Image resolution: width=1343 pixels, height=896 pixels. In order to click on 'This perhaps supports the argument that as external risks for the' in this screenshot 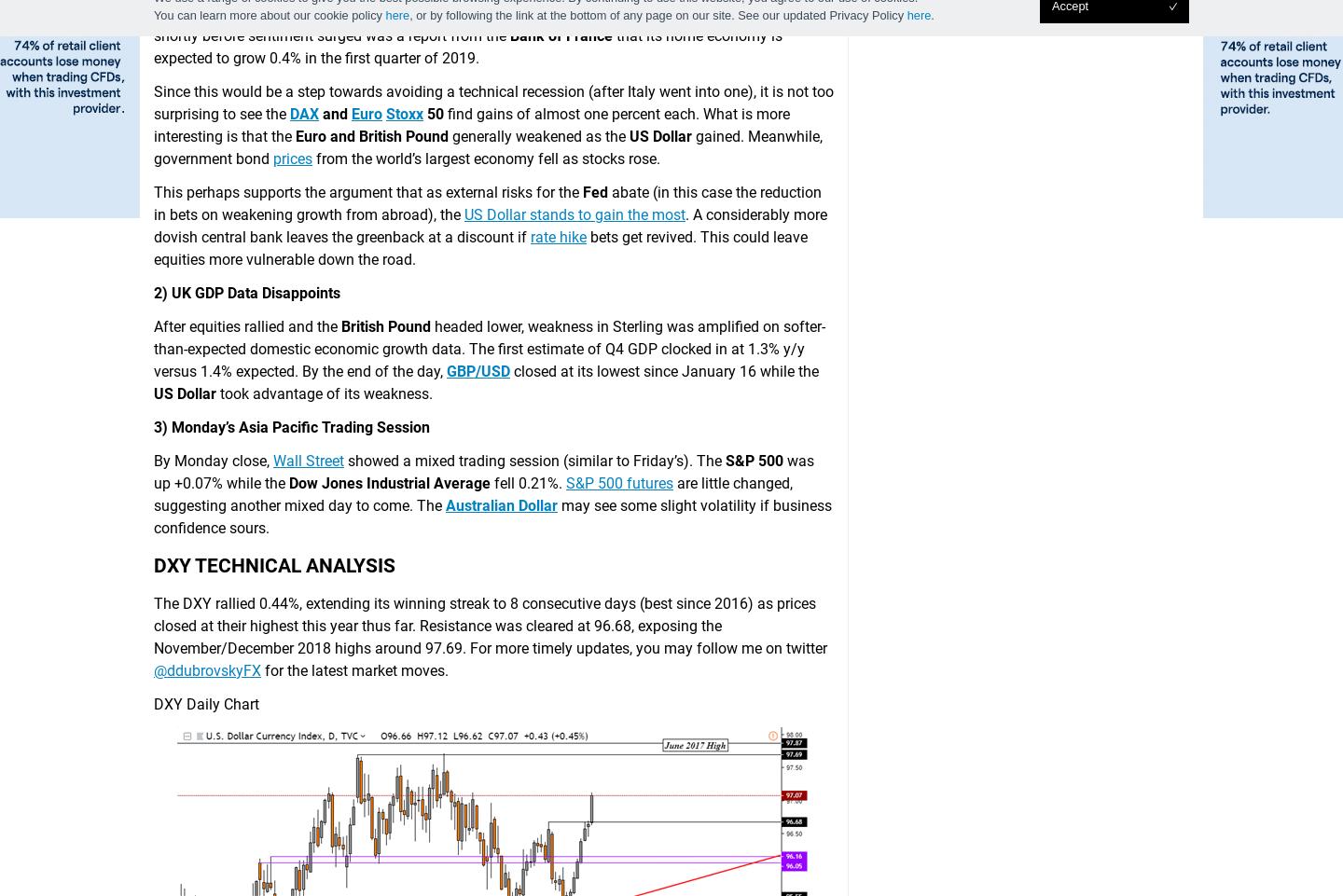, I will do `click(367, 191)`.